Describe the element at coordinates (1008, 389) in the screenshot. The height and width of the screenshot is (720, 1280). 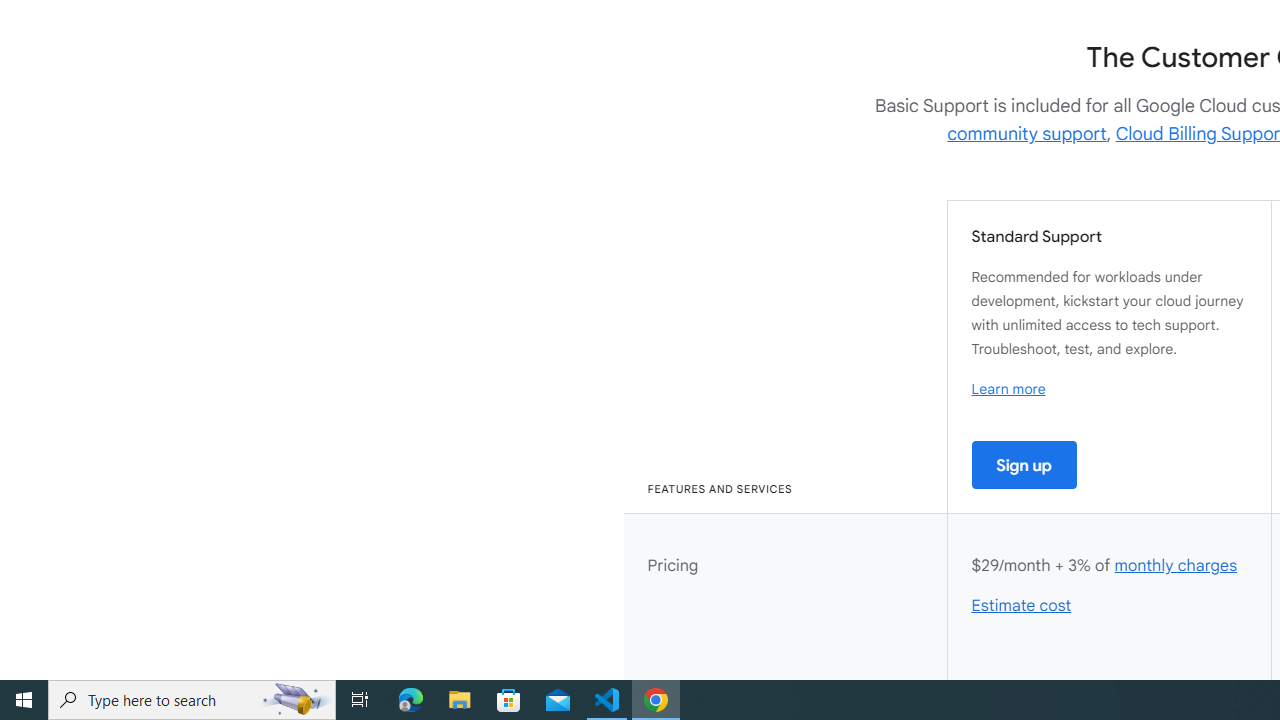
I see `'Learn more'` at that location.